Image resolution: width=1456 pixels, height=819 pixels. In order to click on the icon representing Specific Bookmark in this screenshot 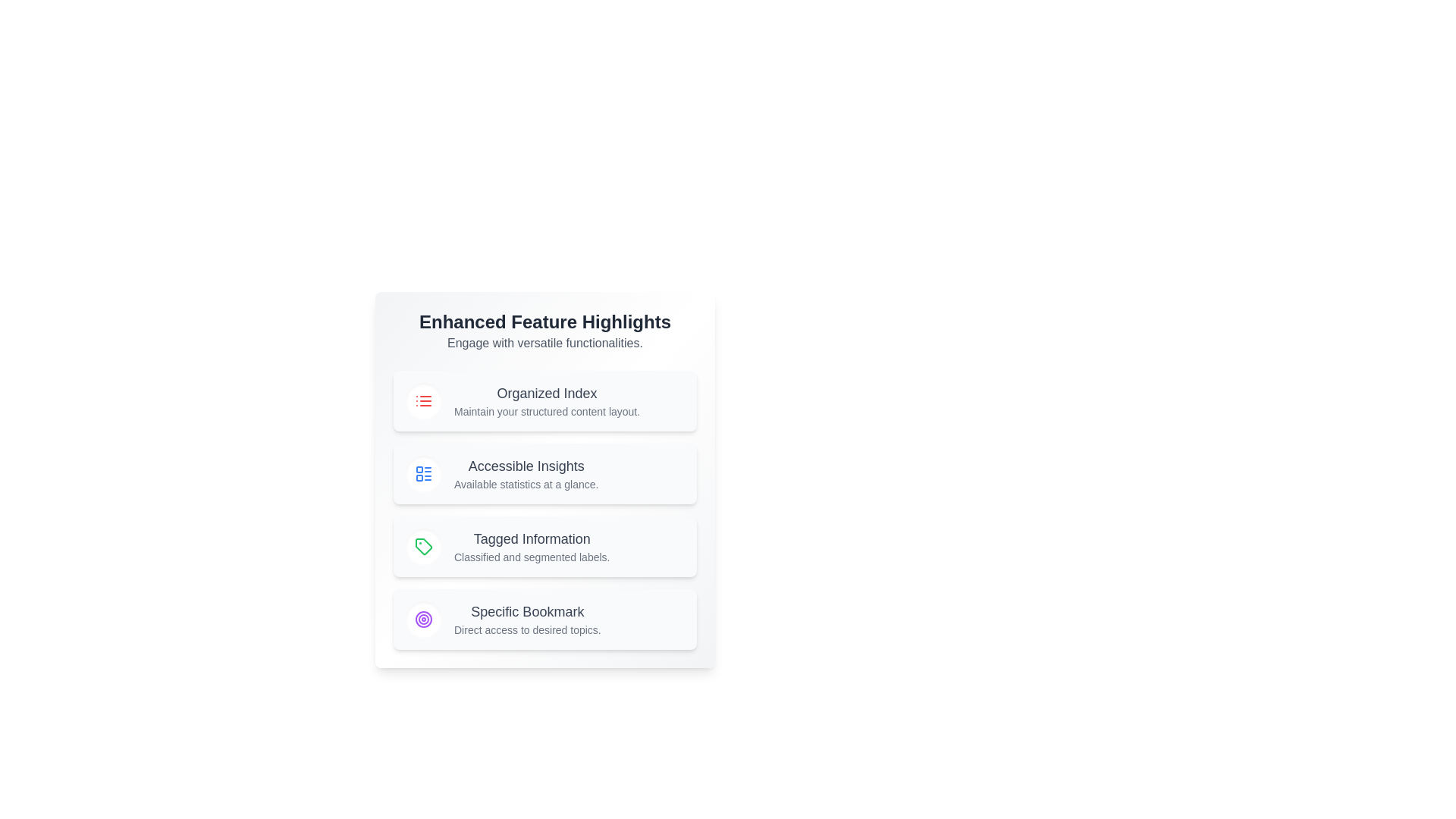, I will do `click(423, 620)`.